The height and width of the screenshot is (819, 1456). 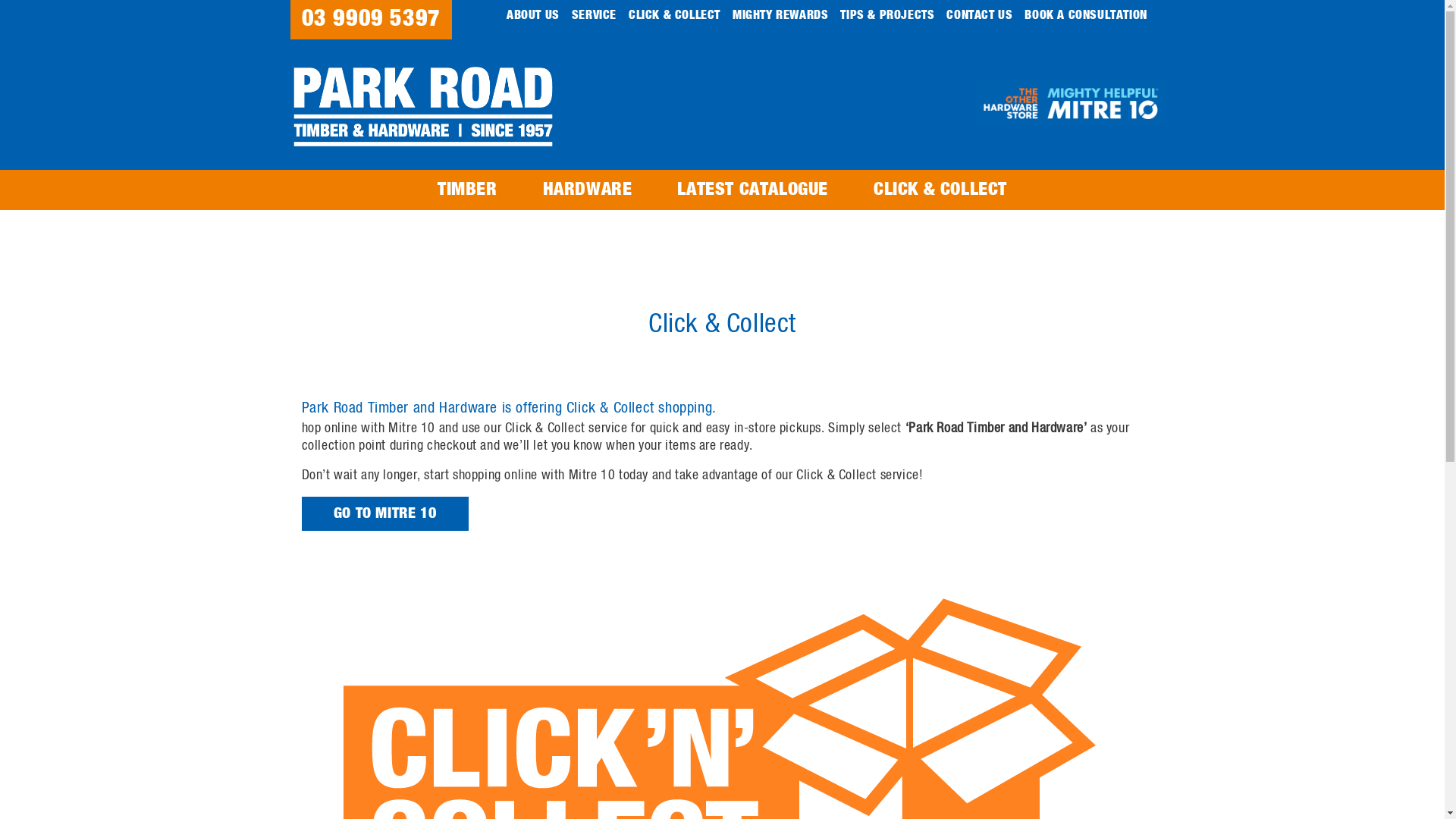 What do you see at coordinates (385, 513) in the screenshot?
I see `'GO TO MITRE 10'` at bounding box center [385, 513].